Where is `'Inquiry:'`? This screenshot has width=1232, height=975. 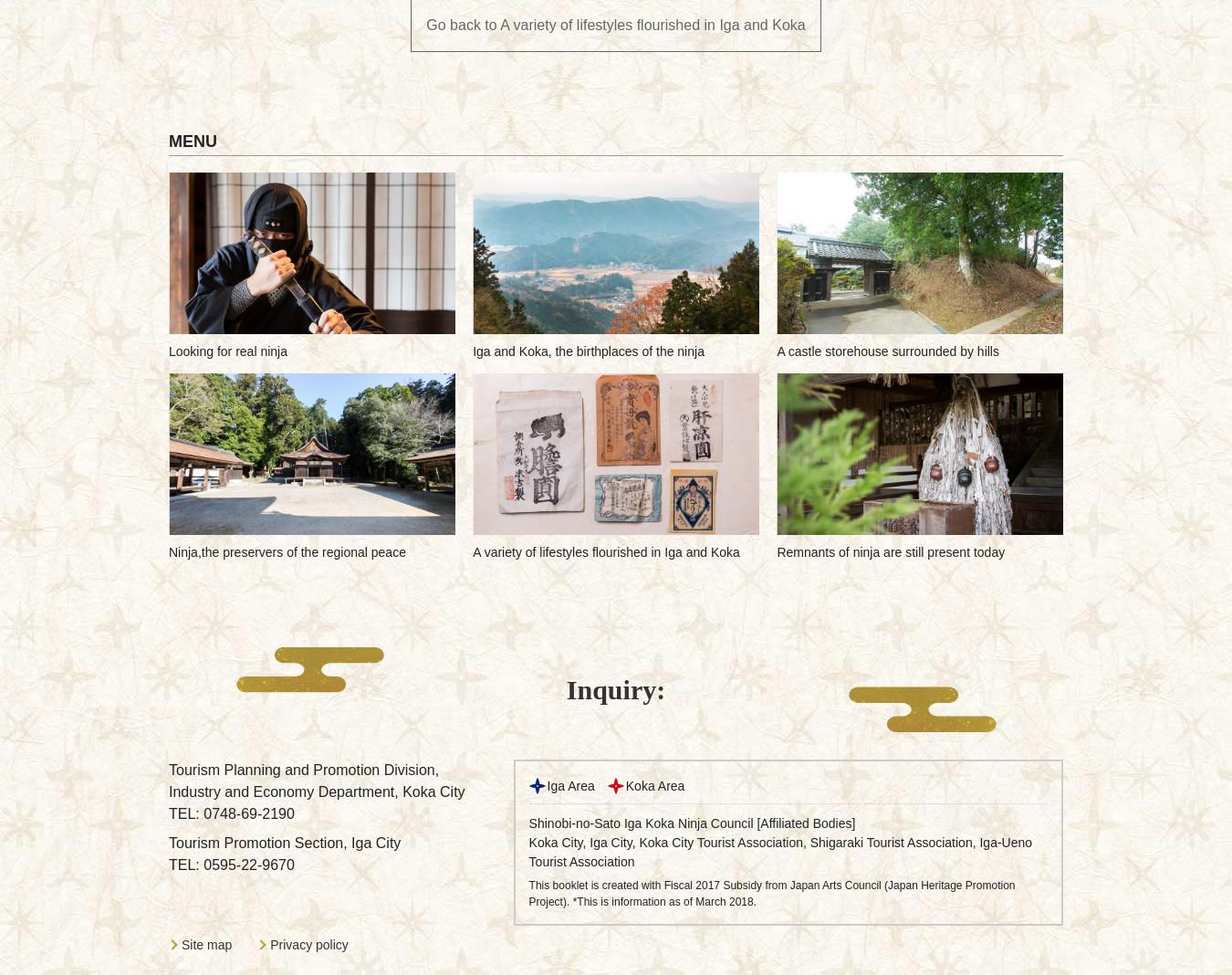 'Inquiry:' is located at coordinates (615, 689).